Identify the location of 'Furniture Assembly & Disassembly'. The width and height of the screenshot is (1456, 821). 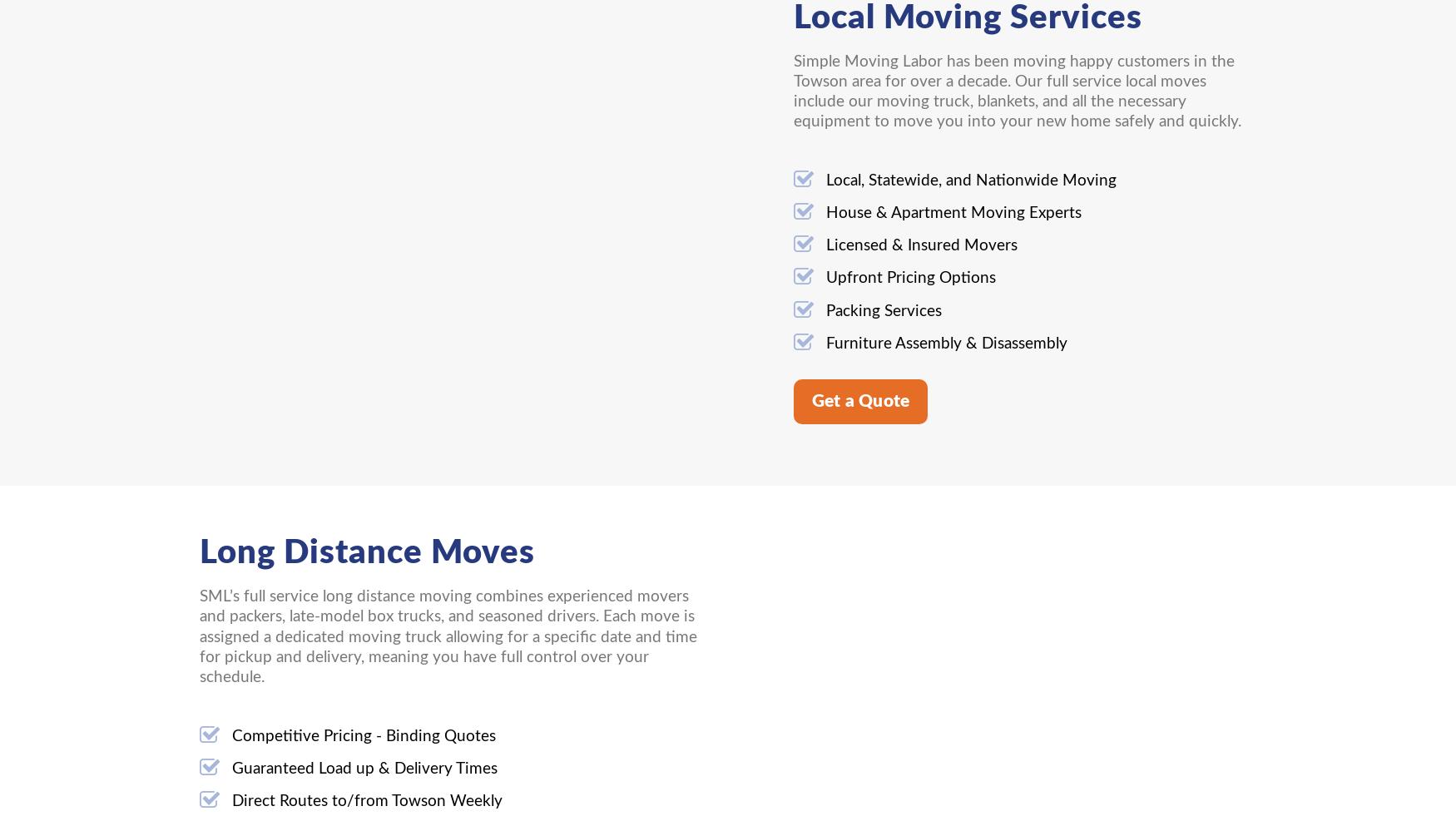
(943, 343).